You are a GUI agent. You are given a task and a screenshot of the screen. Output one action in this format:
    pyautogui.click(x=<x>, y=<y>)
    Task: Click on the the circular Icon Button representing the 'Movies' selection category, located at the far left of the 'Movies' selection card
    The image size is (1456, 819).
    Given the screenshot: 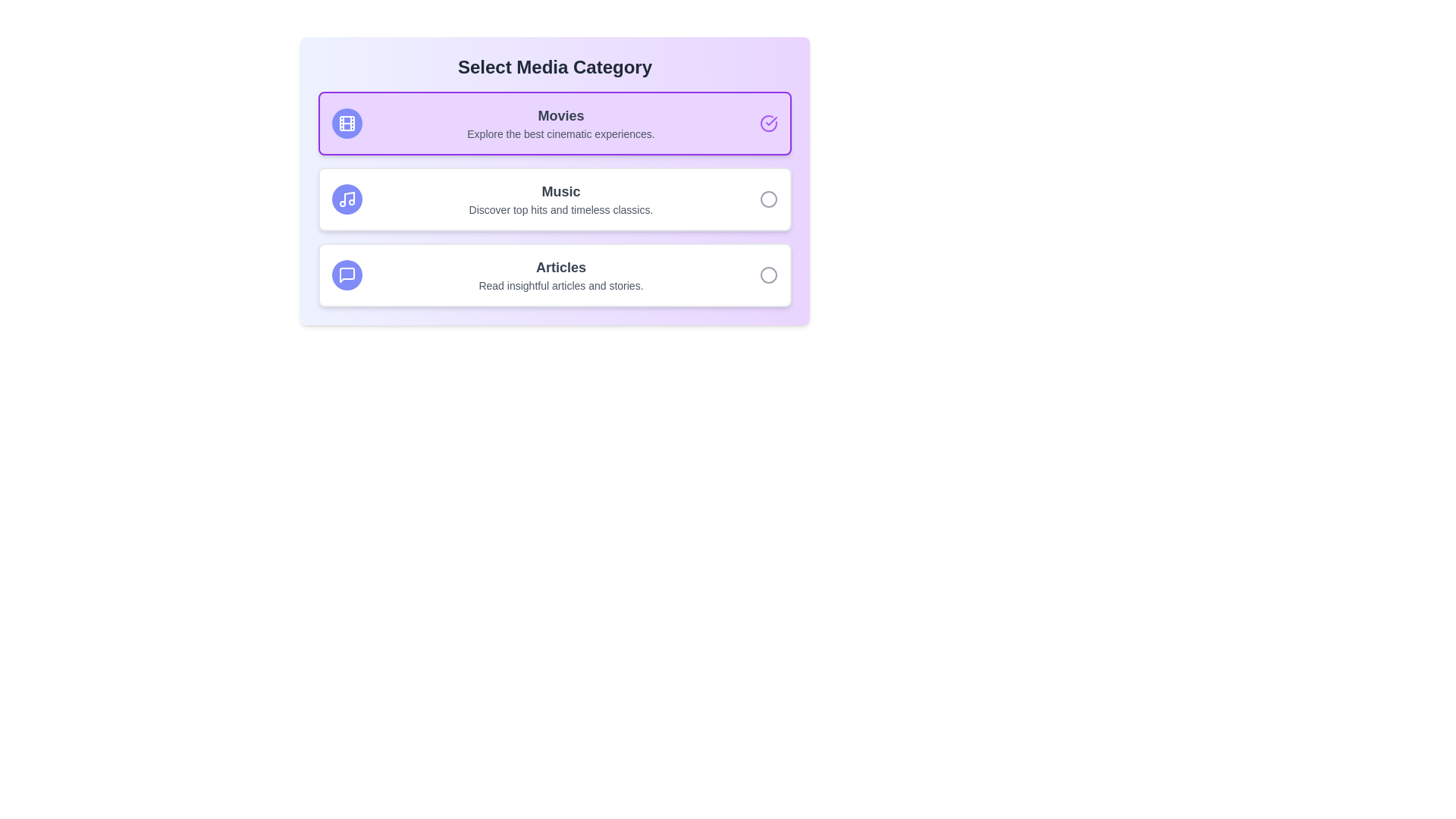 What is the action you would take?
    pyautogui.click(x=346, y=122)
    